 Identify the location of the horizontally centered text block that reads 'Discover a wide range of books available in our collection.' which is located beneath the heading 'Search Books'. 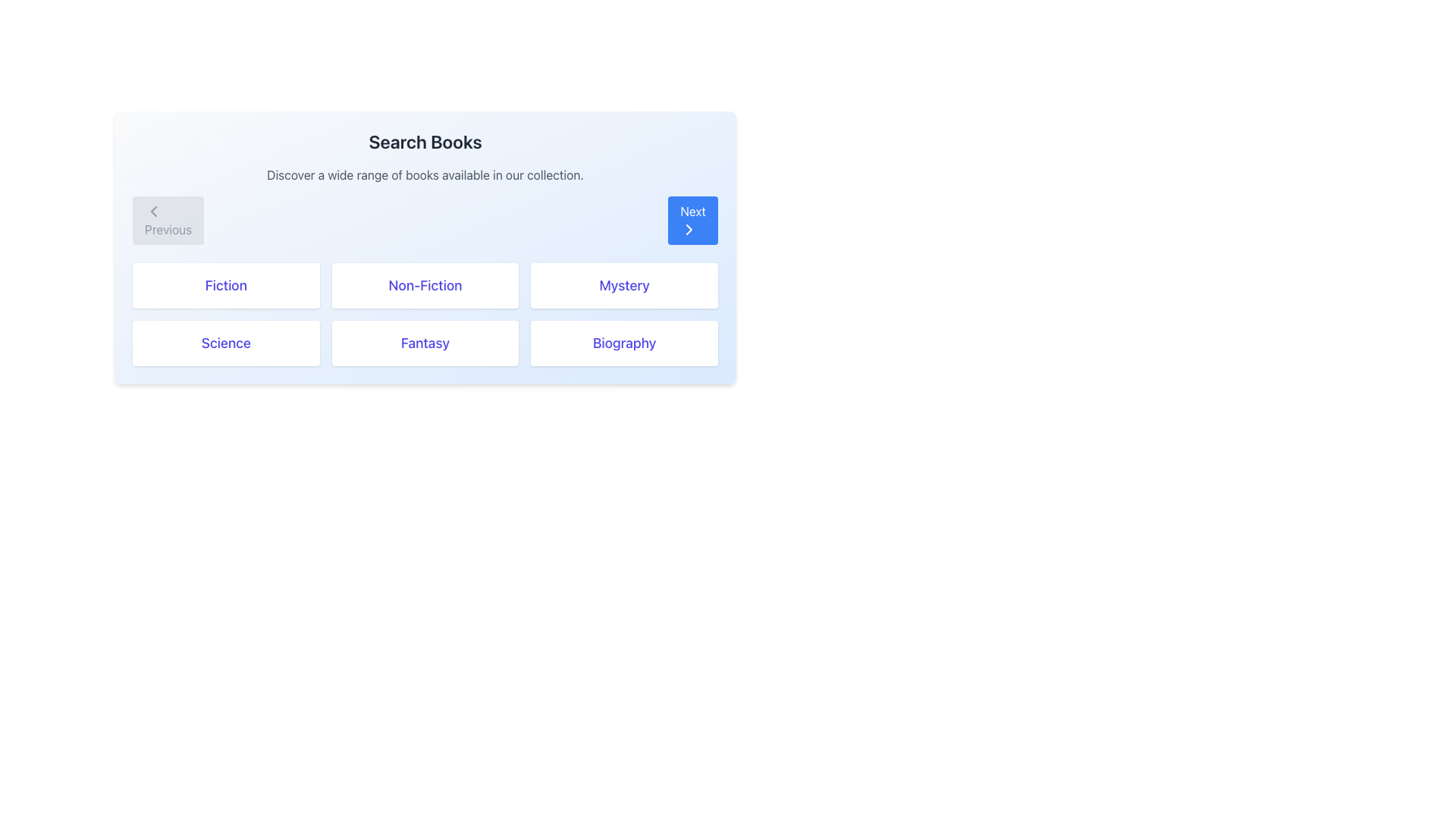
(425, 174).